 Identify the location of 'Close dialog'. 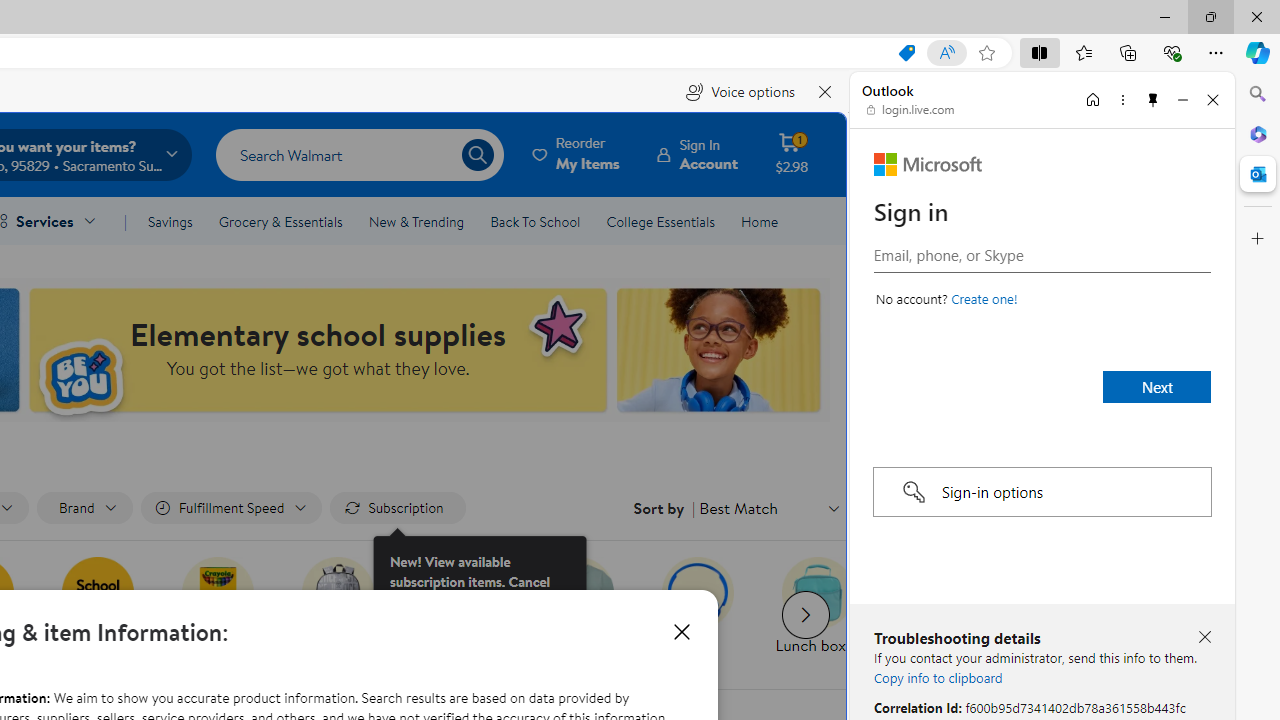
(681, 631).